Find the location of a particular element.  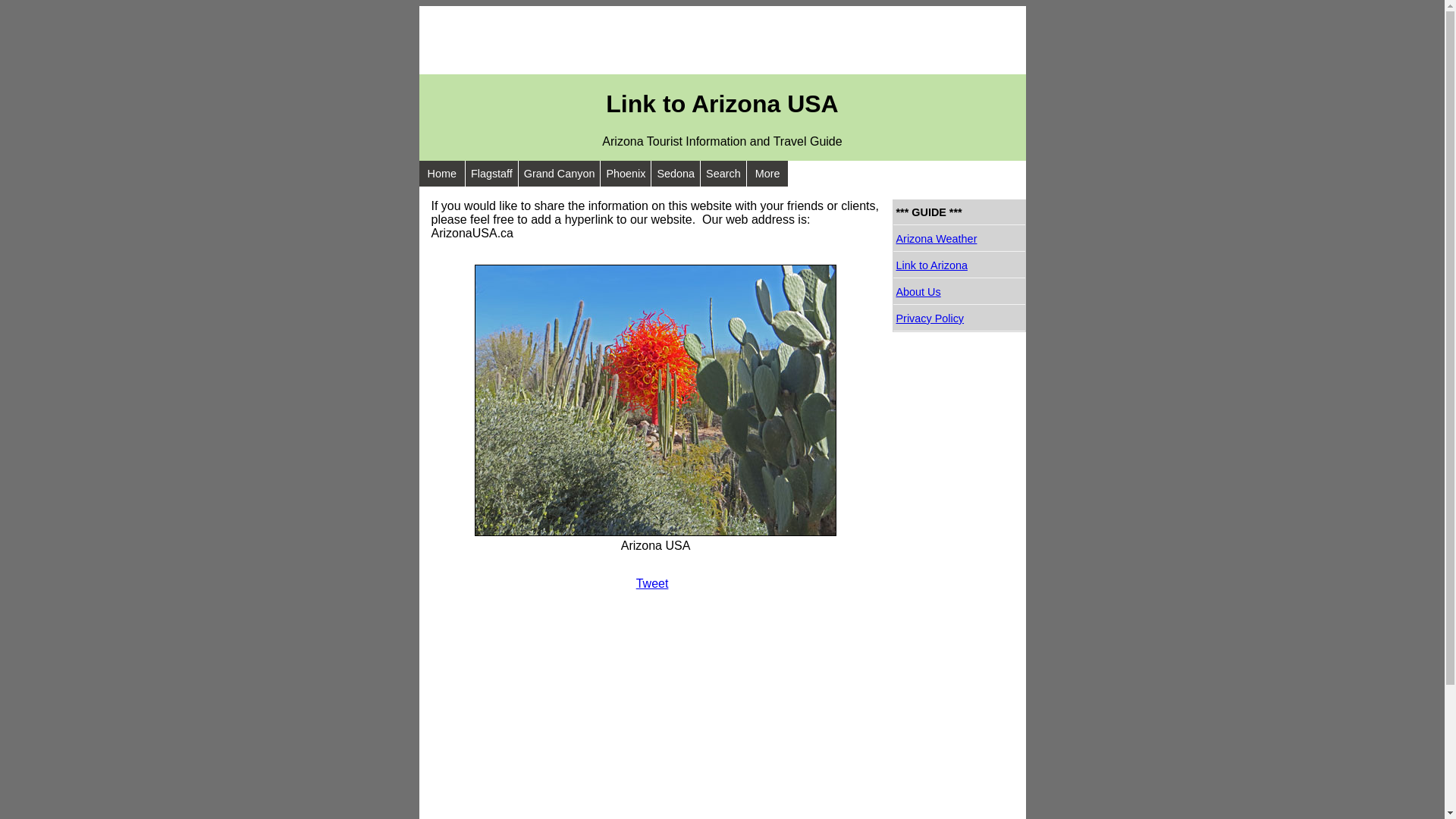

'Grand Canyon' is located at coordinates (559, 172).